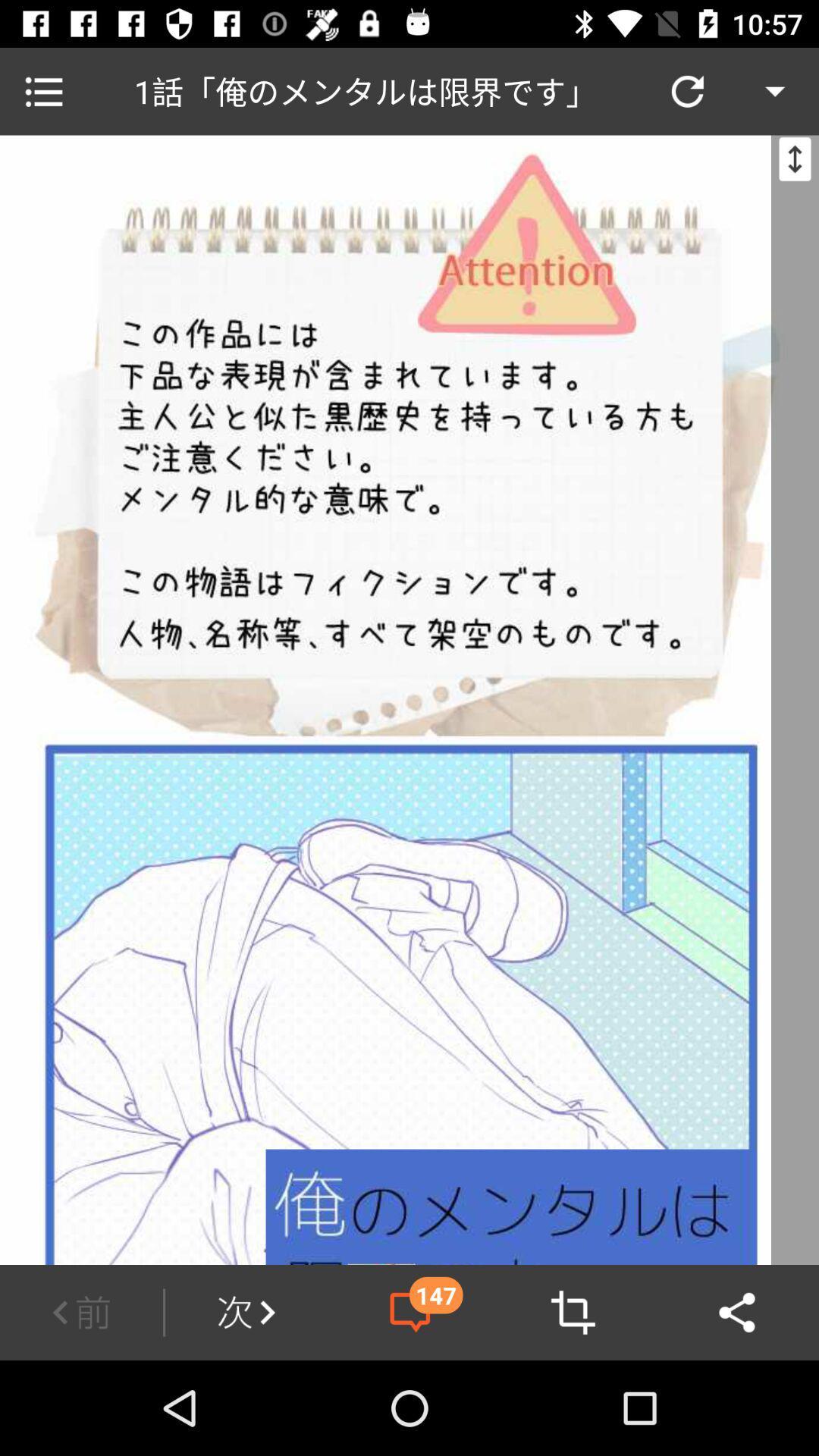  What do you see at coordinates (775, 90) in the screenshot?
I see `the expand_more icon` at bounding box center [775, 90].